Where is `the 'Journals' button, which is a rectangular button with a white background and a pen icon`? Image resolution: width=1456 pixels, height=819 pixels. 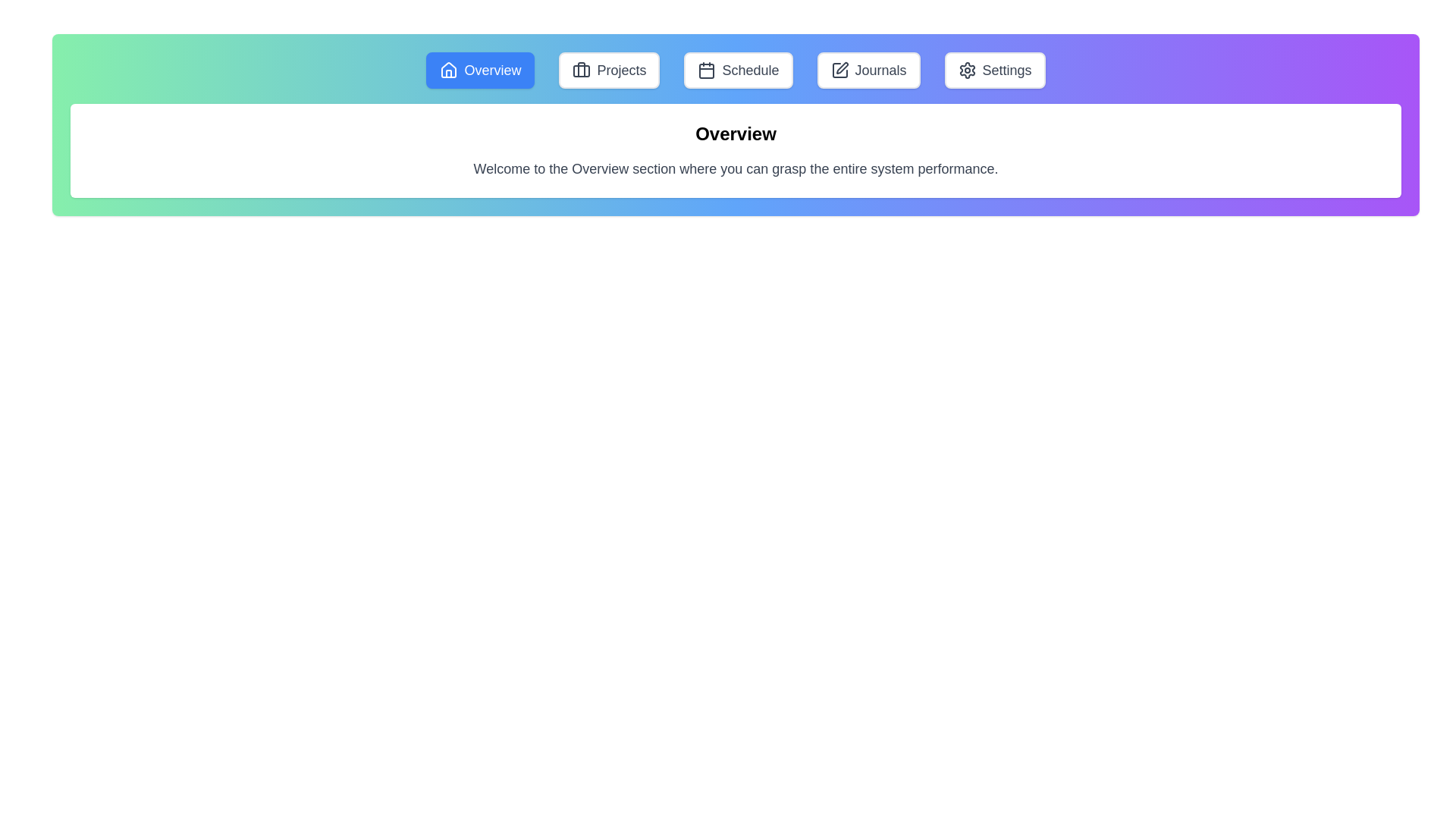 the 'Journals' button, which is a rectangular button with a white background and a pen icon is located at coordinates (868, 70).